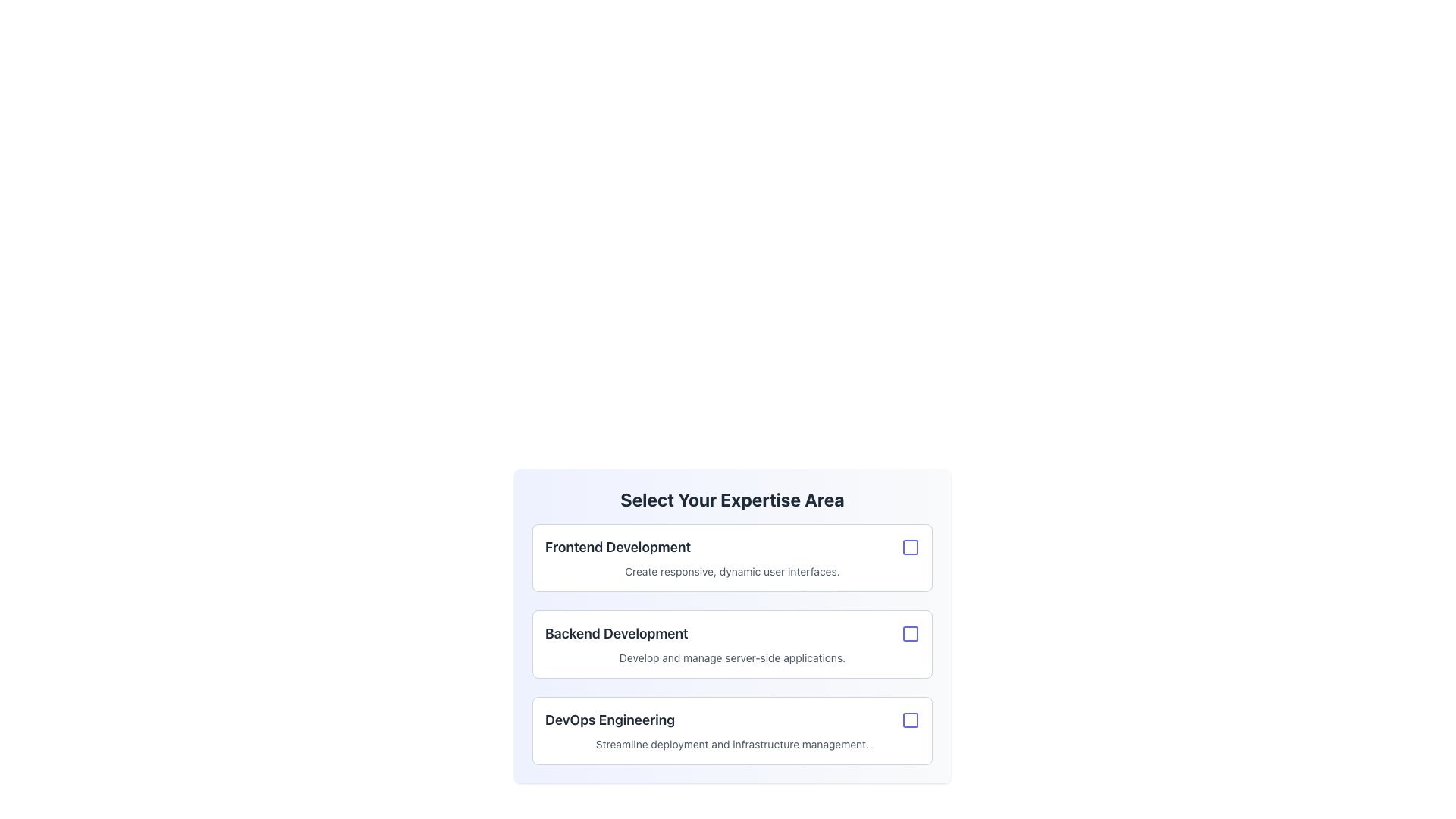  Describe the element at coordinates (610, 719) in the screenshot. I see `the text label displaying 'DevOps Engineering' in the lower section of the 'Select Your Expertise Area' interface, specifically in the third card` at that location.